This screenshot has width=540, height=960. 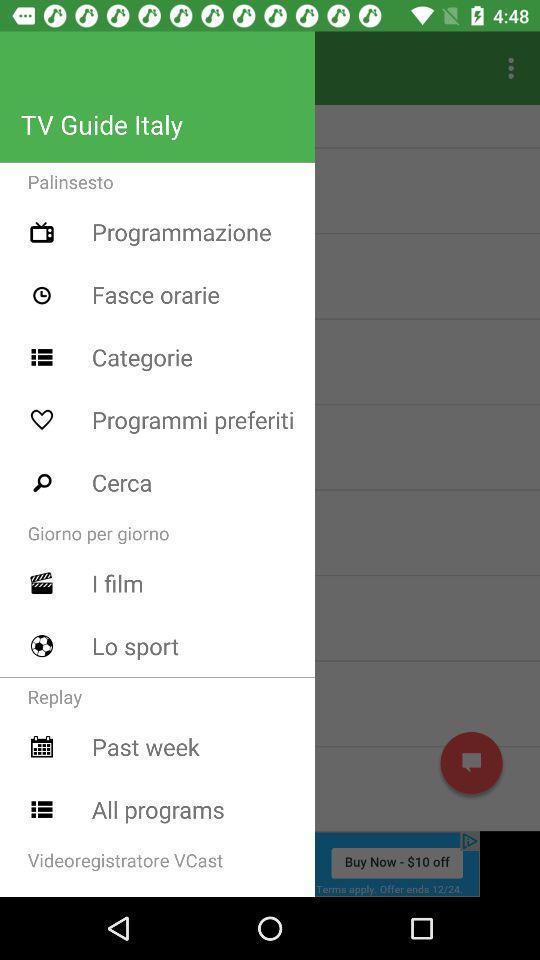 I want to click on message symbol, so click(x=472, y=762).